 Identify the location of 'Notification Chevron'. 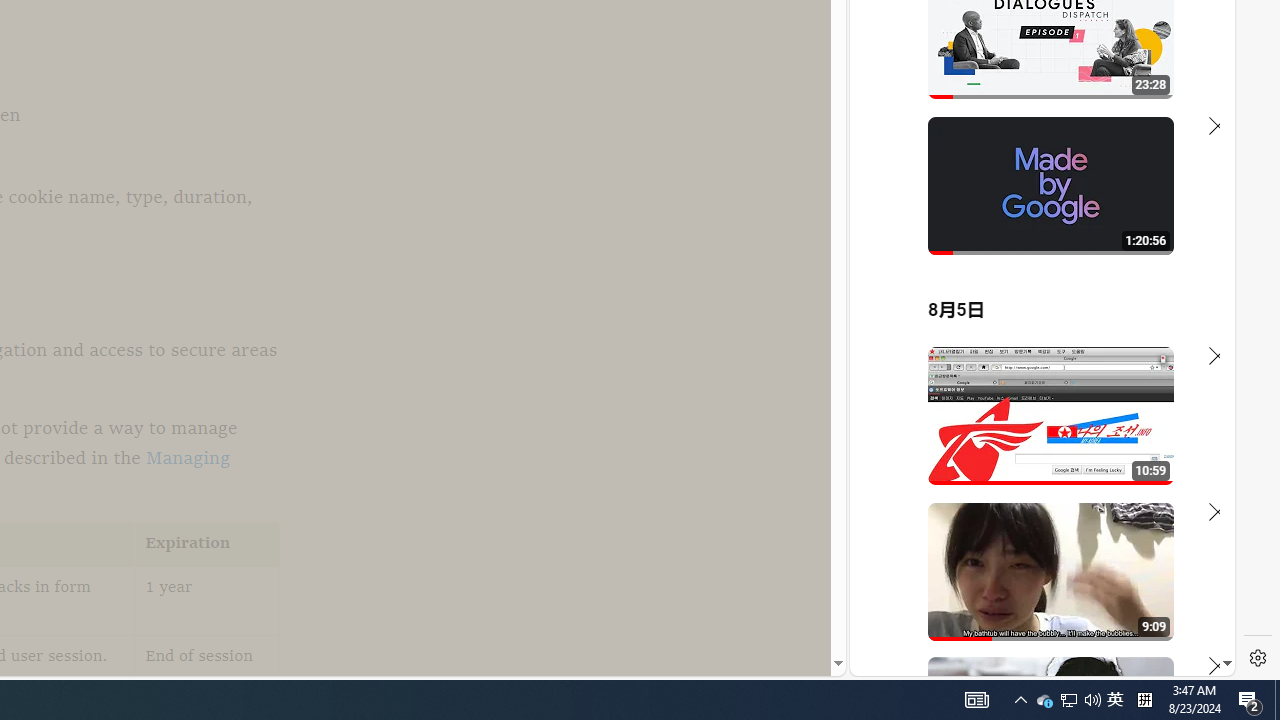
(1020, 698).